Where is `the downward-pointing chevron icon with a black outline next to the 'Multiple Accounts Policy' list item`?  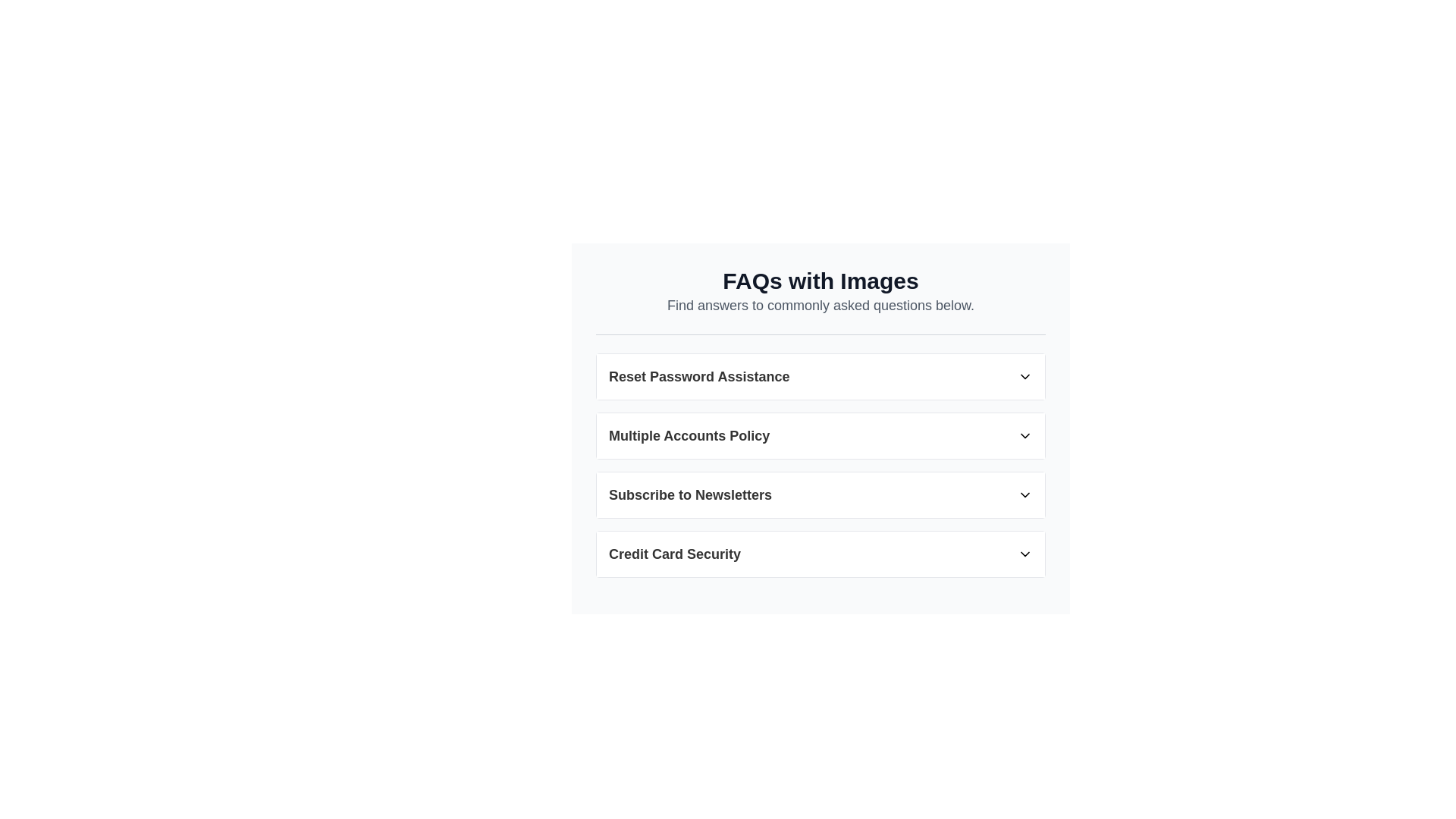 the downward-pointing chevron icon with a black outline next to the 'Multiple Accounts Policy' list item is located at coordinates (1025, 435).